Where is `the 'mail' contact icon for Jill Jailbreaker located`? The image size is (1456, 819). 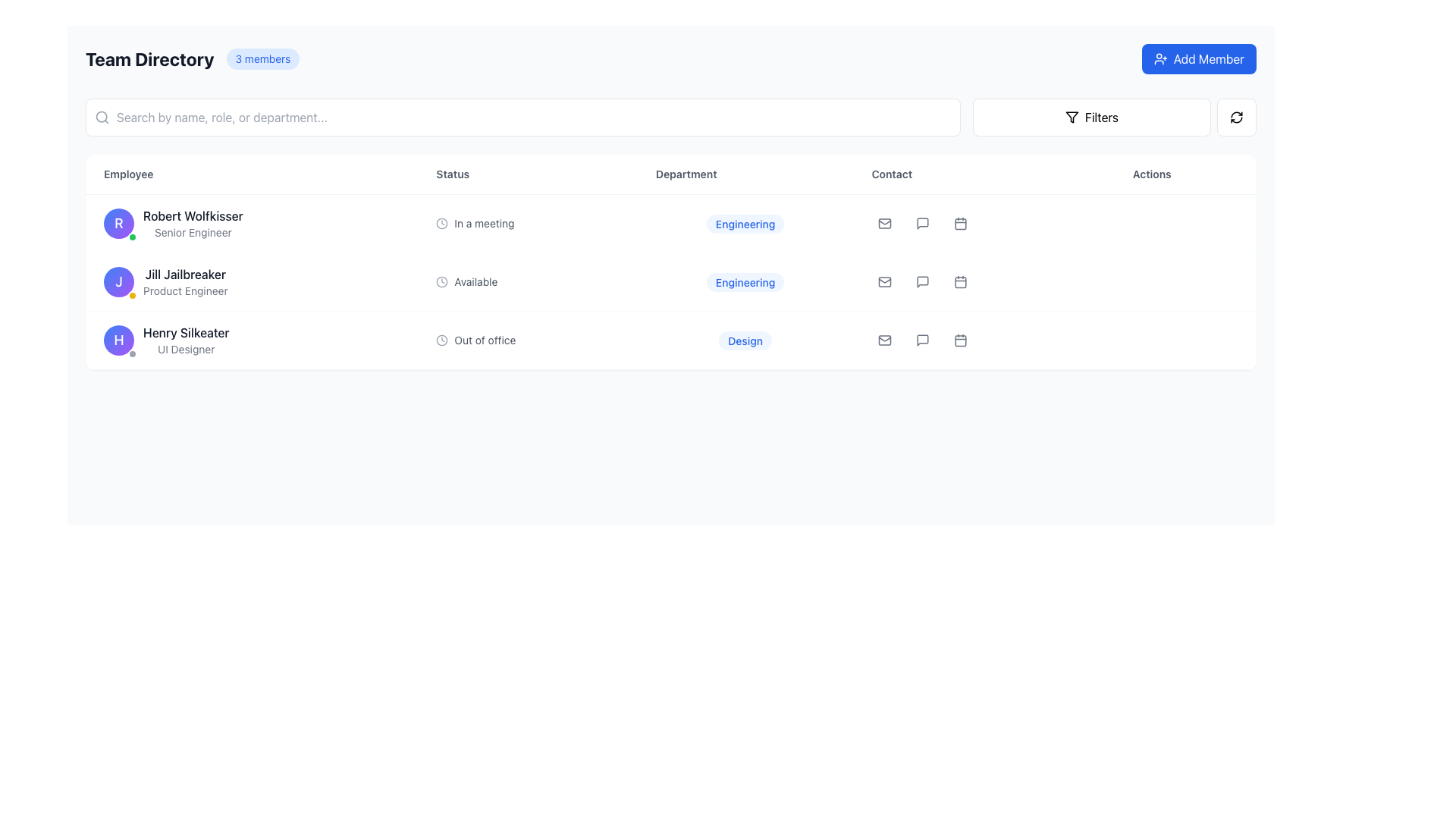
the 'mail' contact icon for Jill Jailbreaker located is located at coordinates (884, 281).